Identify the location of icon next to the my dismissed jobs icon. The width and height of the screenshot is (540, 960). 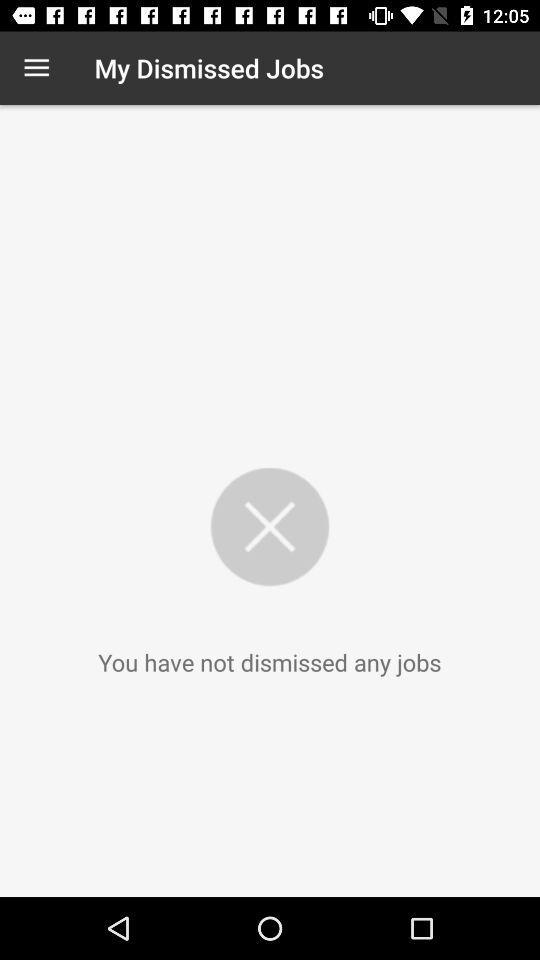
(36, 68).